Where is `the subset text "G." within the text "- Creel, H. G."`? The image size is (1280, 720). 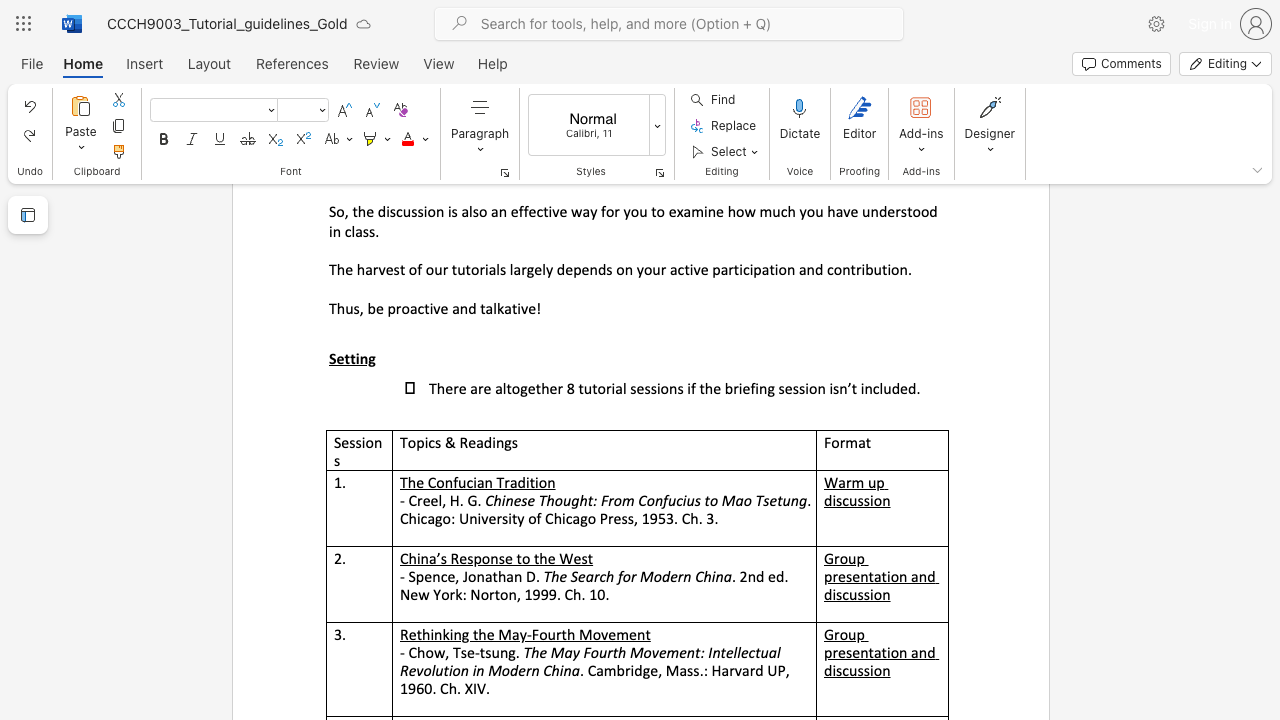
the subset text "G." within the text "- Creel, H. G." is located at coordinates (466, 499).